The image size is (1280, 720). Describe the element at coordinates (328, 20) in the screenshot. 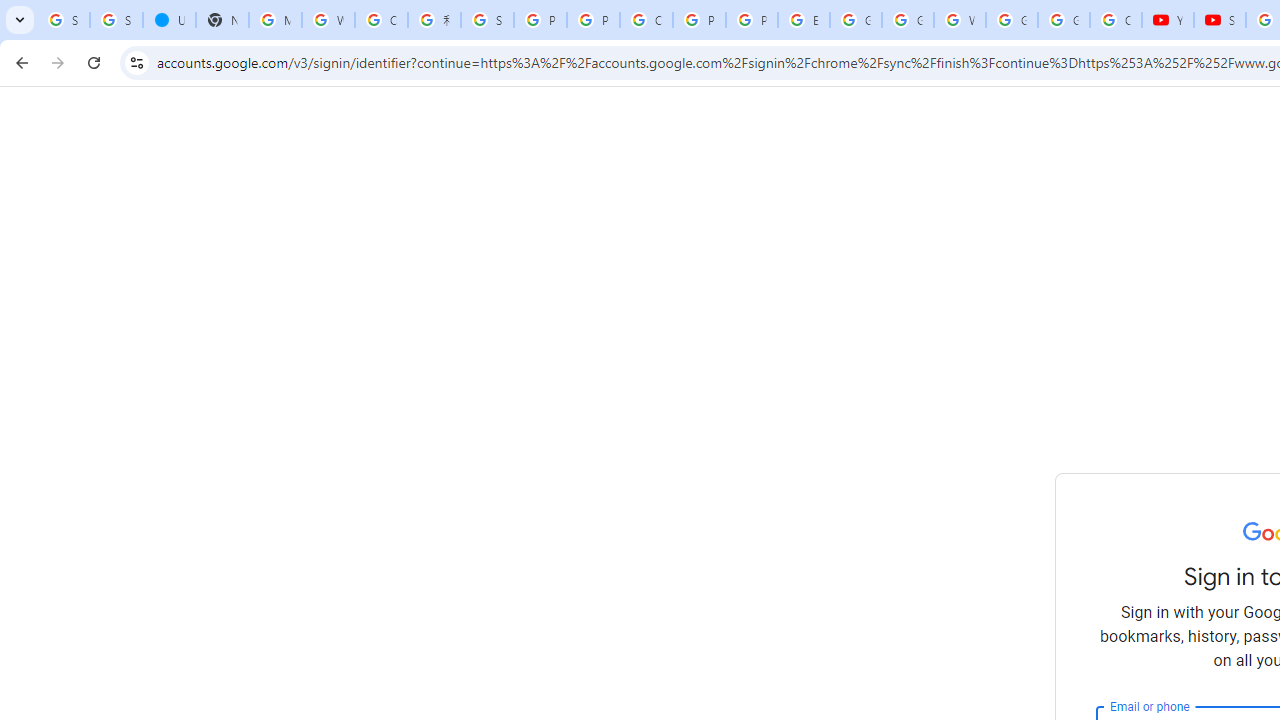

I see `'Who is my administrator? - Google Account Help'` at that location.